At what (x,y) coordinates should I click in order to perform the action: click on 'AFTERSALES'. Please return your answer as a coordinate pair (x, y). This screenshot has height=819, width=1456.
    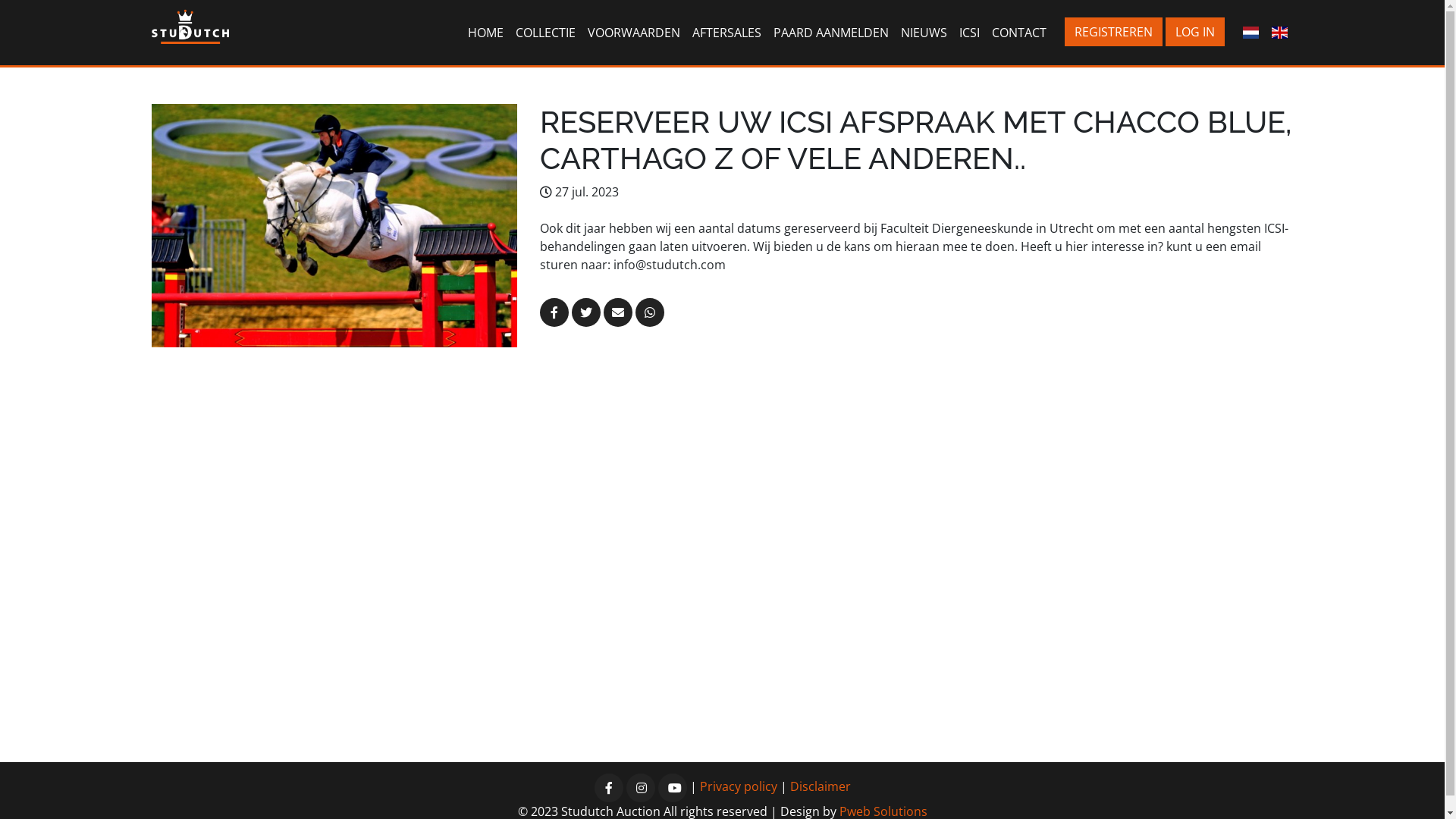
    Looking at the image, I should click on (726, 32).